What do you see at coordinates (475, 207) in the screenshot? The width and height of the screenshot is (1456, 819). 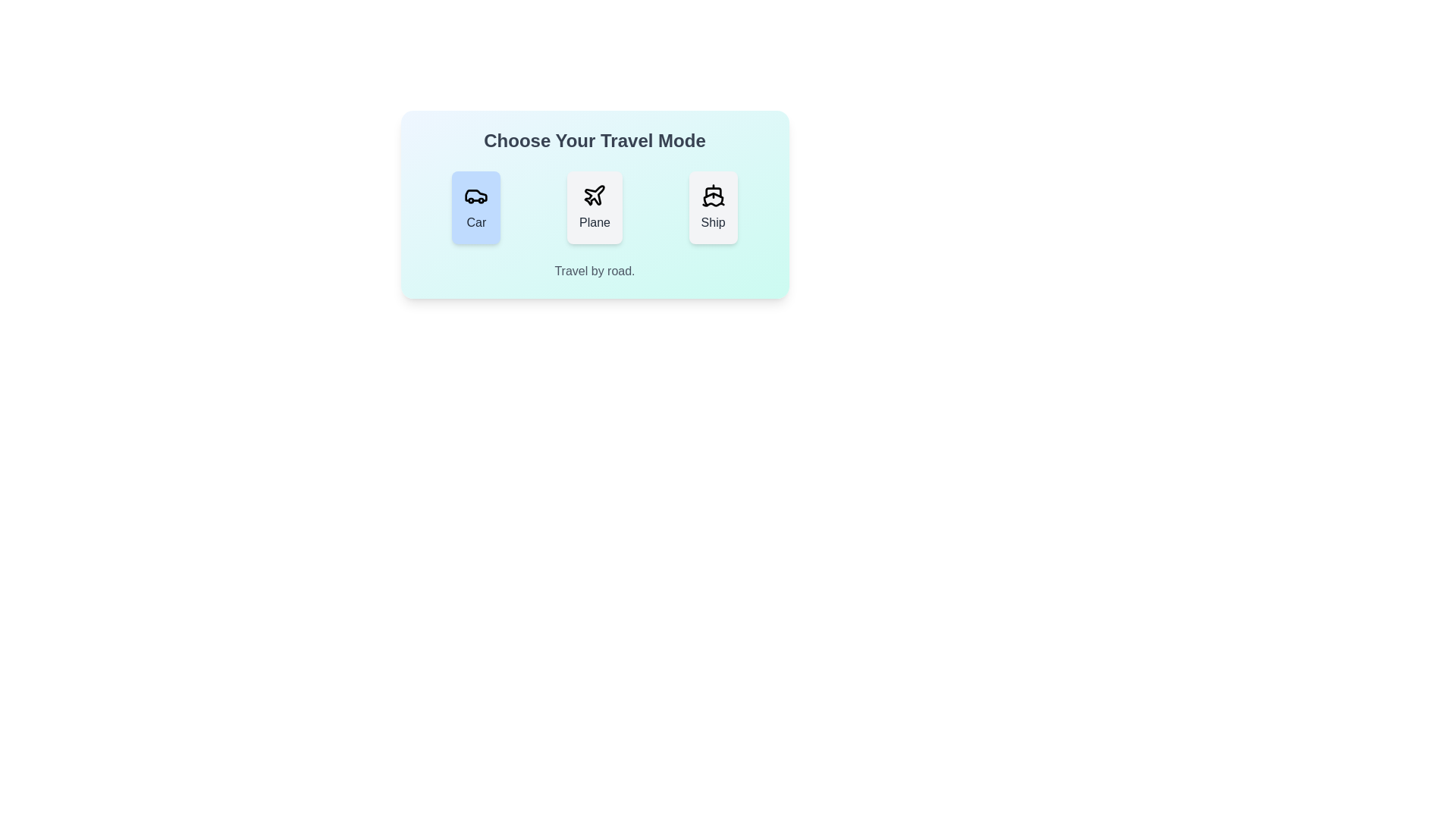 I see `the travel mode button for Car` at bounding box center [475, 207].